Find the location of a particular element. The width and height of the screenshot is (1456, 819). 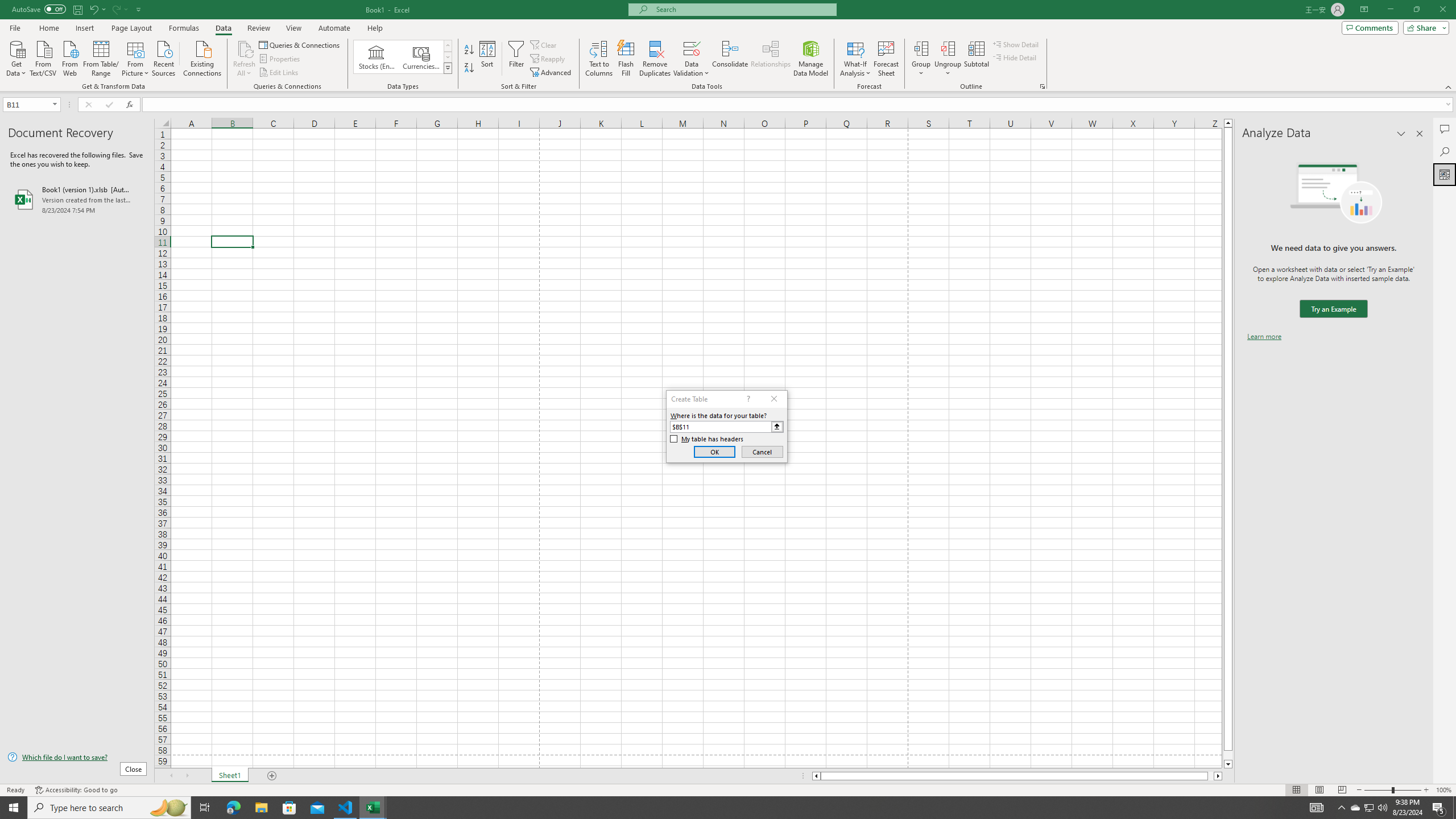

'Filter' is located at coordinates (515, 59).